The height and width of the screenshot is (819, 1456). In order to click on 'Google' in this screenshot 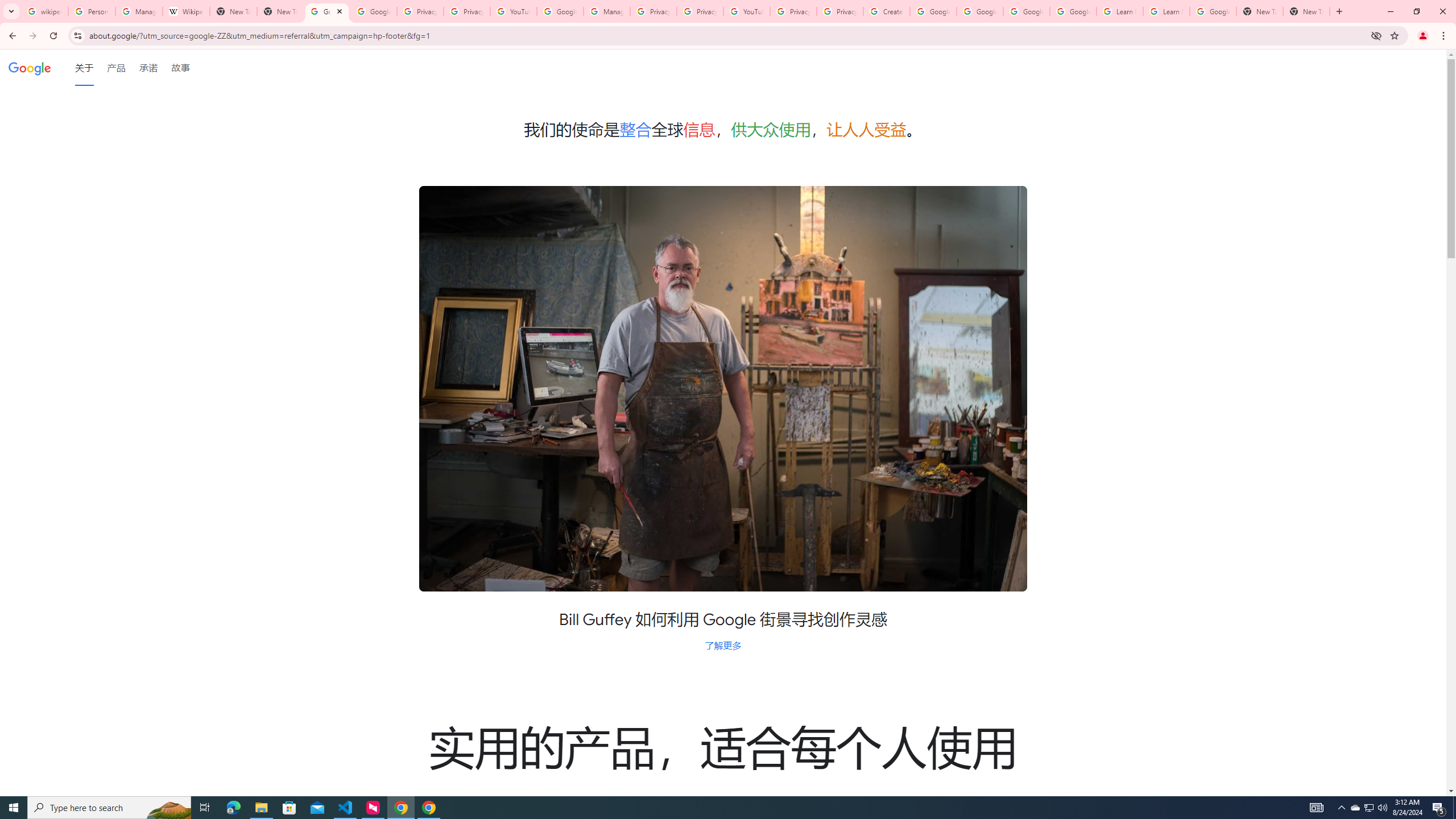, I will do `click(30, 67)`.